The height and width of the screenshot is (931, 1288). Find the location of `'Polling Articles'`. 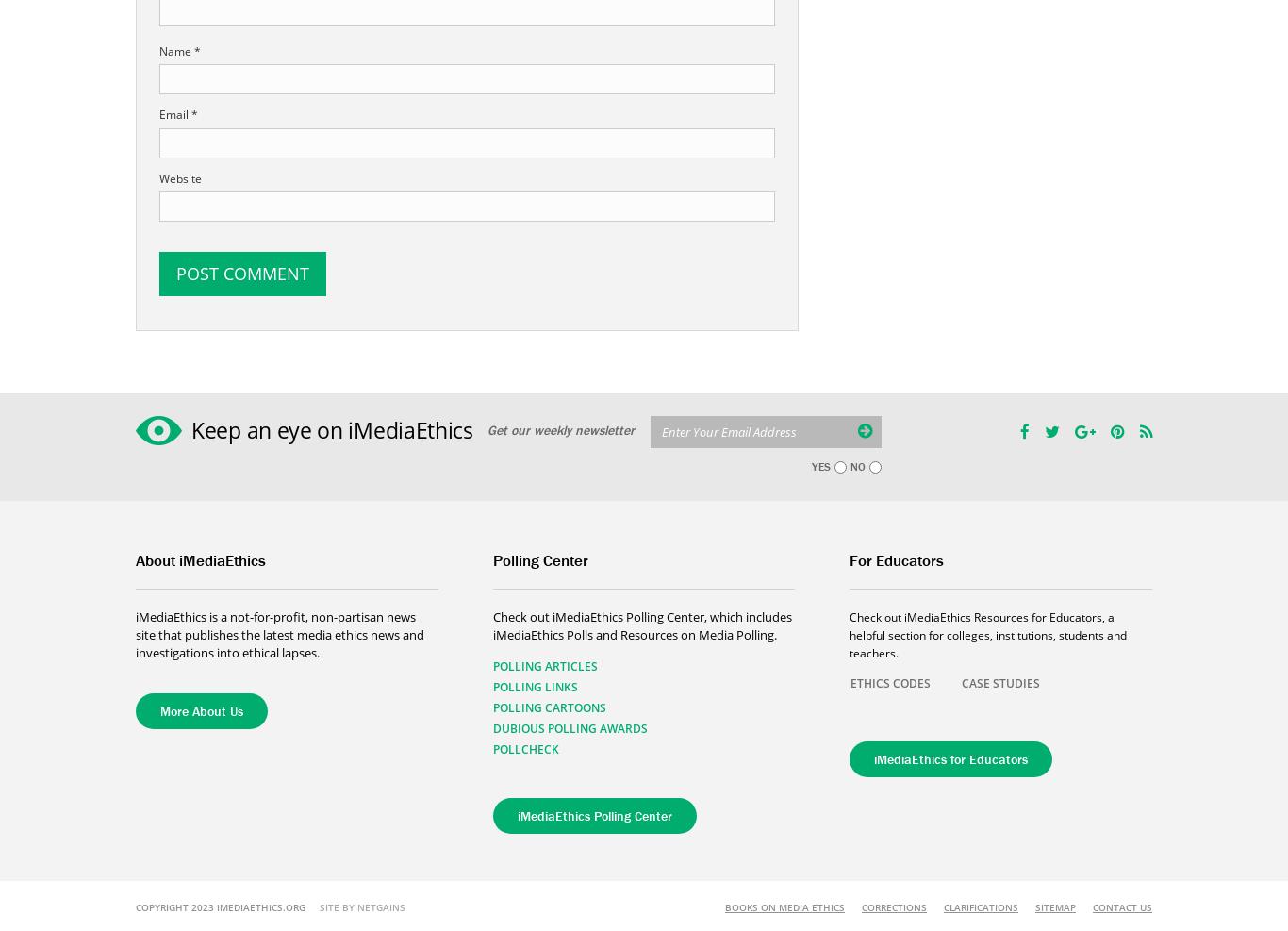

'Polling Articles' is located at coordinates (543, 665).